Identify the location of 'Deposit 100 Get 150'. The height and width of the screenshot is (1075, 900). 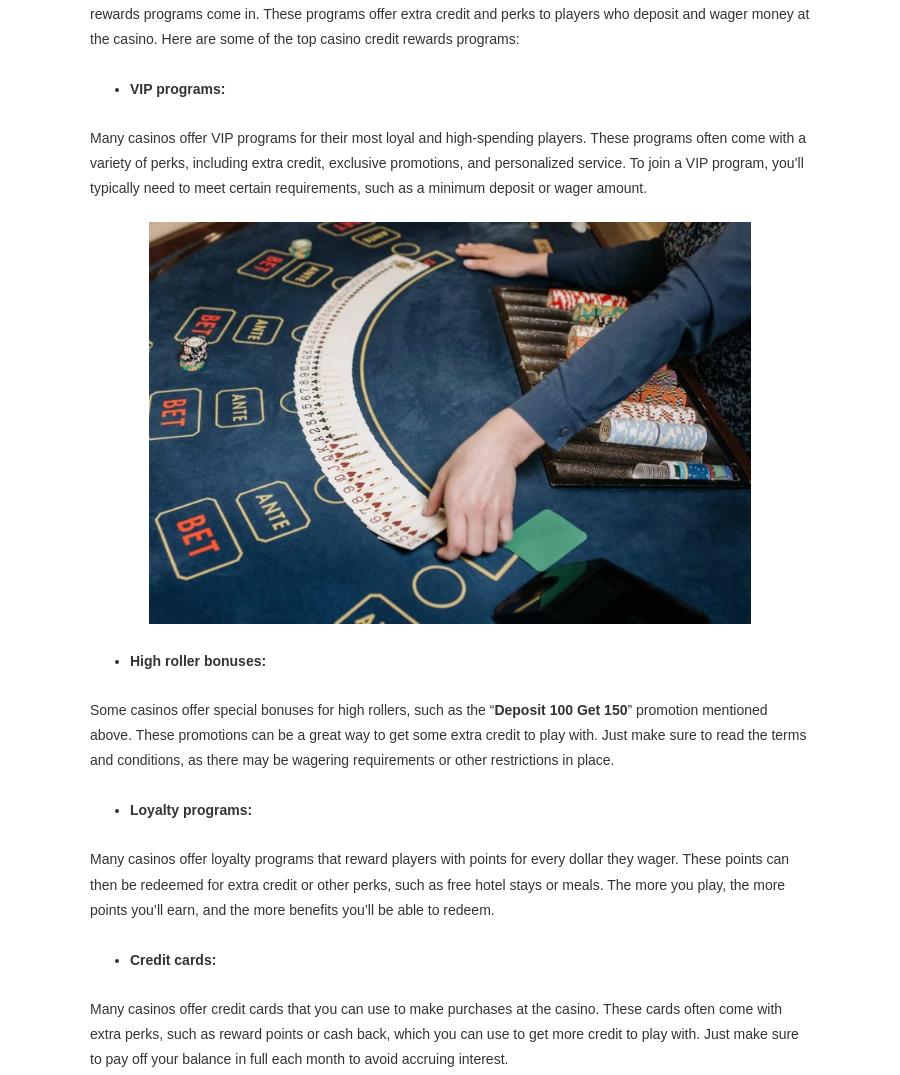
(559, 707).